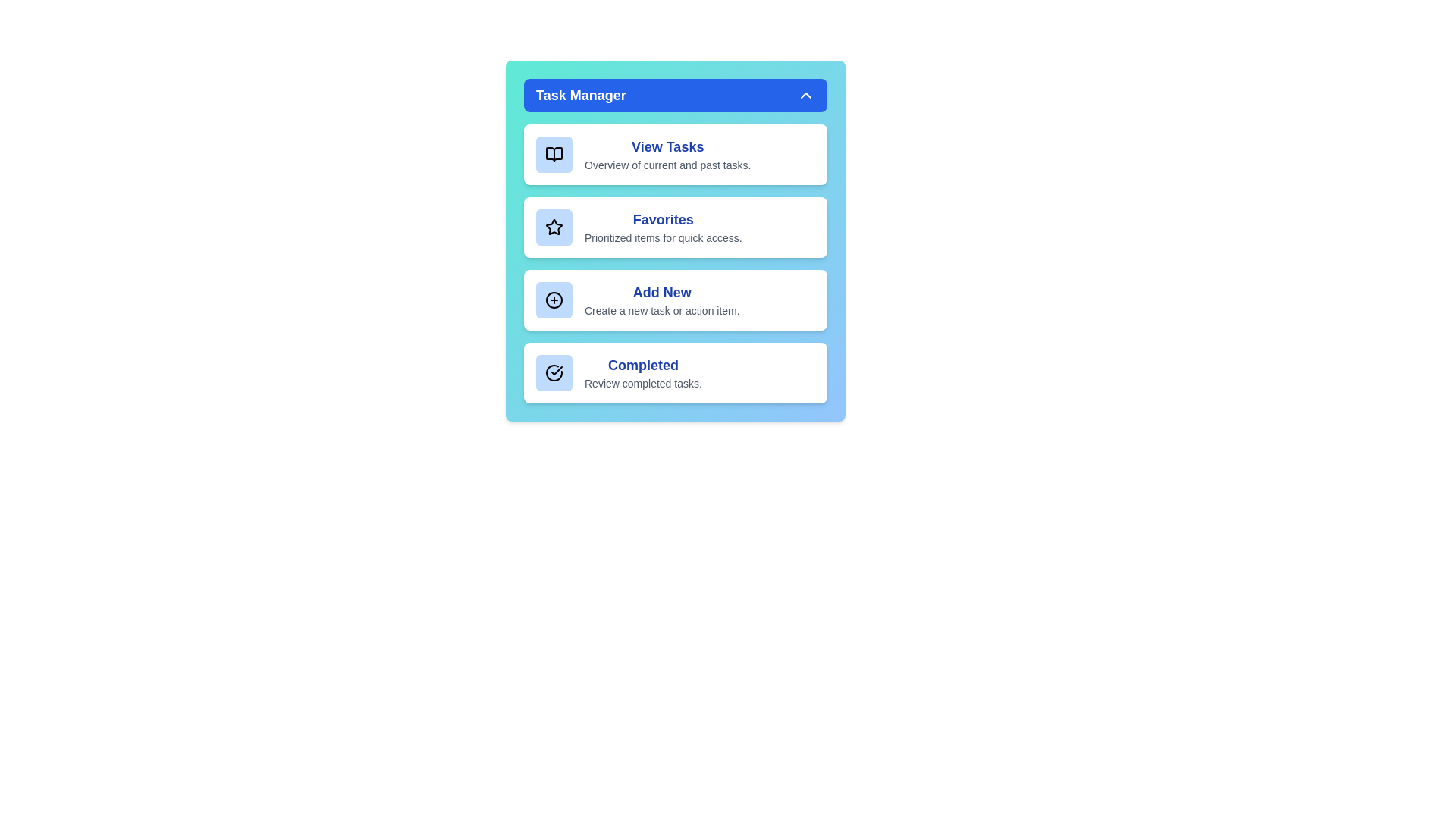  What do you see at coordinates (675, 300) in the screenshot?
I see `the list item Add New to view its hover effect` at bounding box center [675, 300].